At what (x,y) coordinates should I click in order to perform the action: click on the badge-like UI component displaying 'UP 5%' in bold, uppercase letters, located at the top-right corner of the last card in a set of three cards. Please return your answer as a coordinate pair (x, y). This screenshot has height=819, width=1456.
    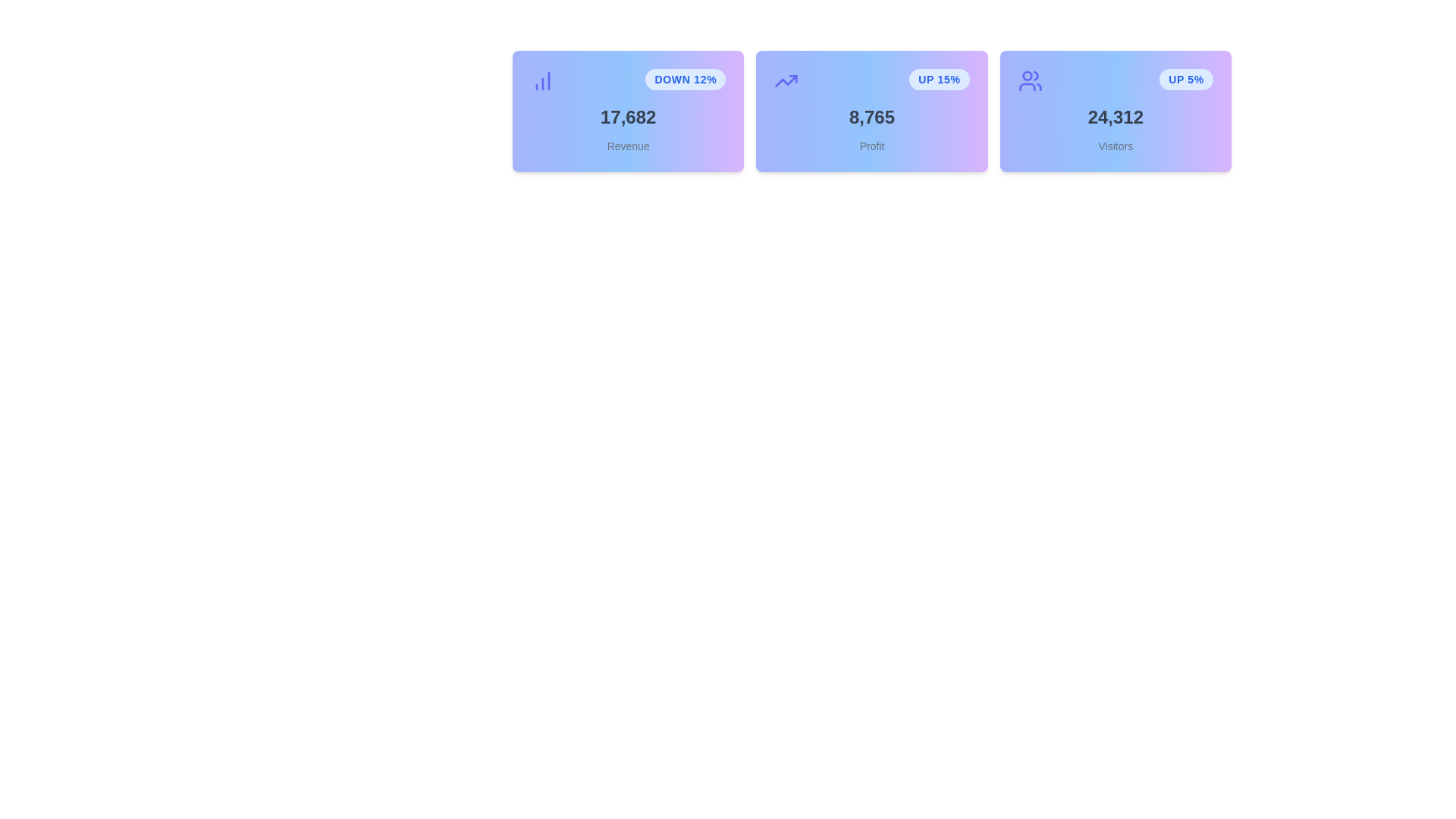
    Looking at the image, I should click on (1185, 79).